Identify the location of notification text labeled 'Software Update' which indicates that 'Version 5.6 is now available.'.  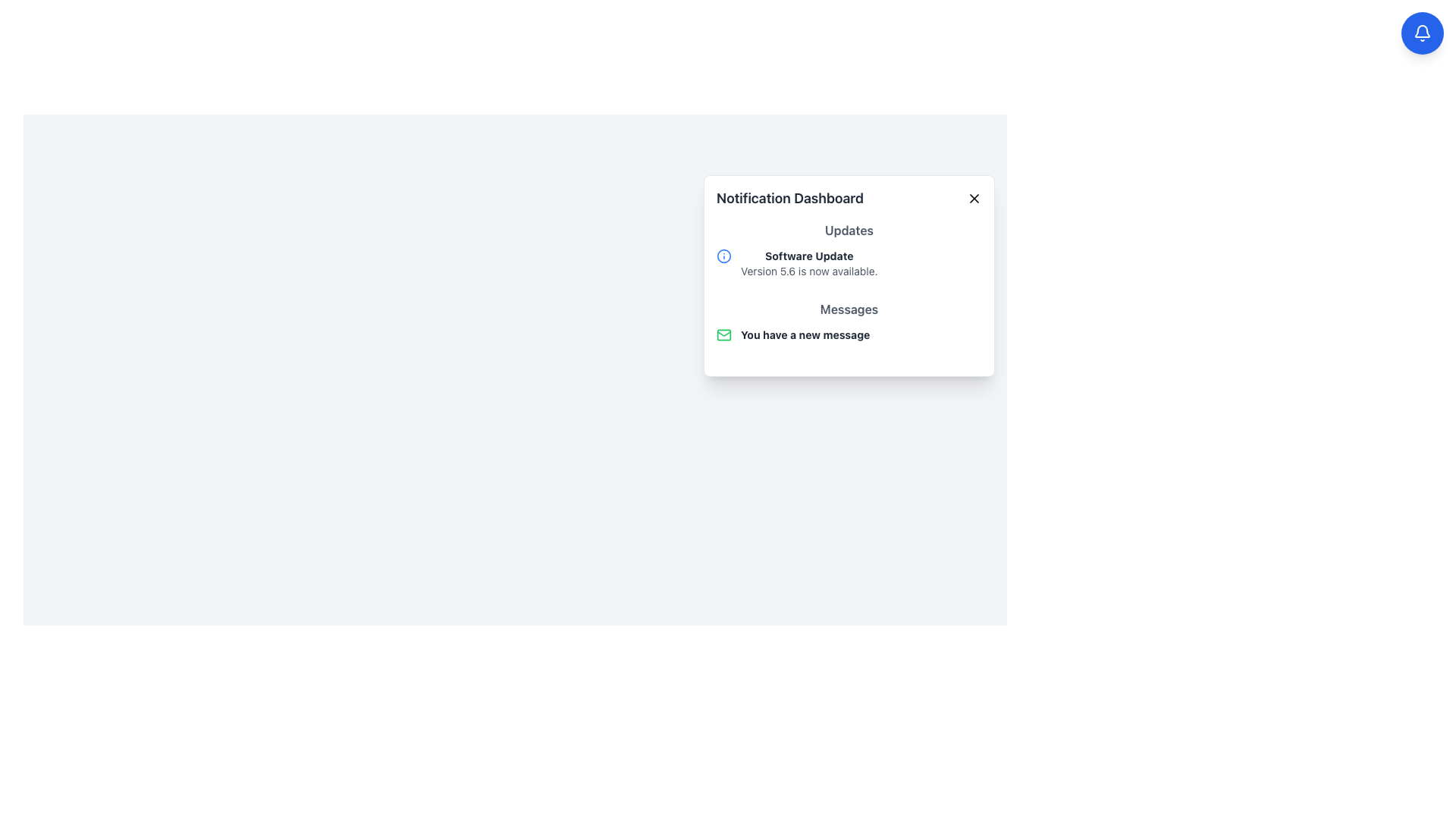
(808, 262).